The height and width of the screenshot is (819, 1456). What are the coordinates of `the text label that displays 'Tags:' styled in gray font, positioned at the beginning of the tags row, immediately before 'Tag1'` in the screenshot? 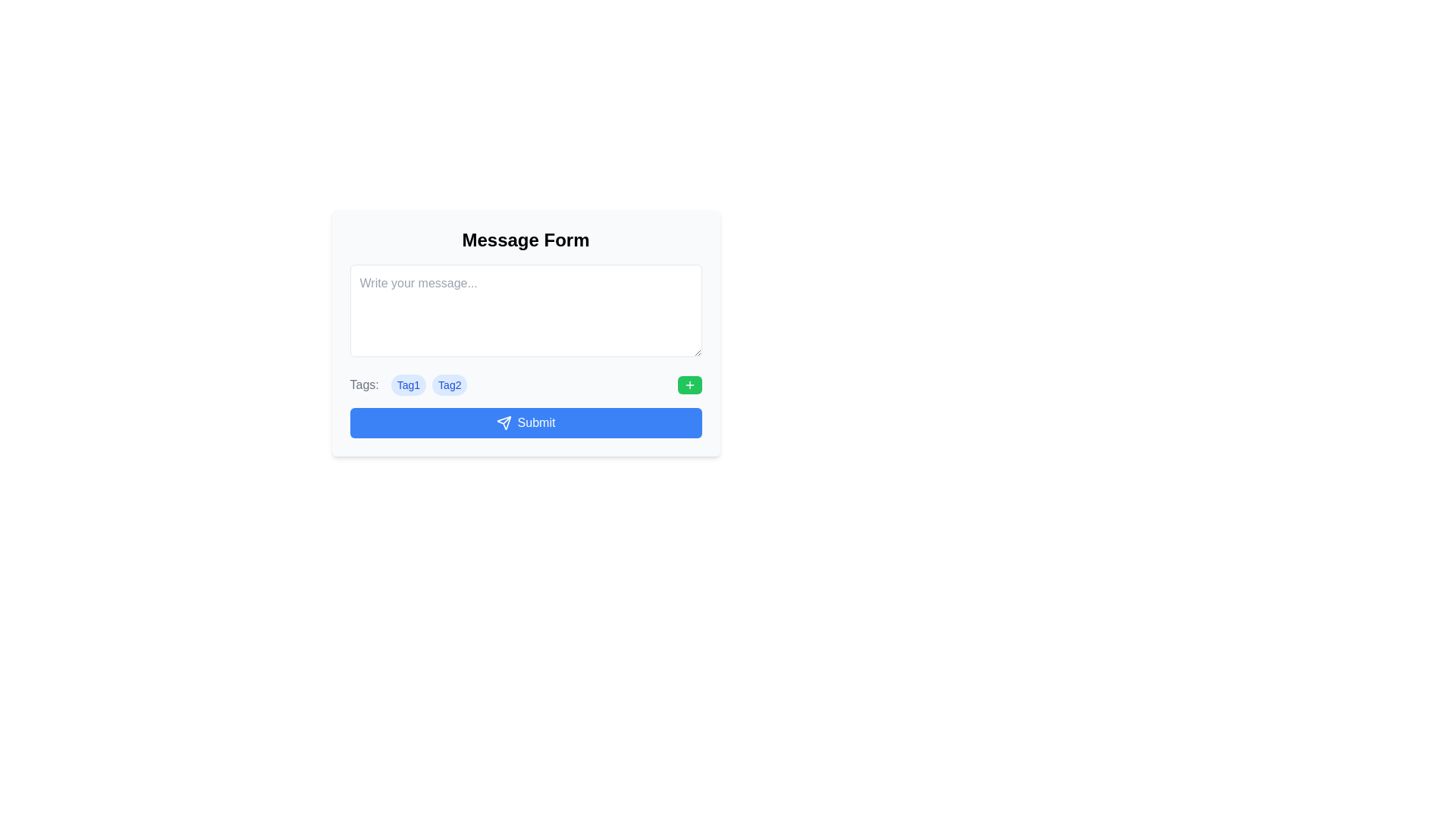 It's located at (364, 384).